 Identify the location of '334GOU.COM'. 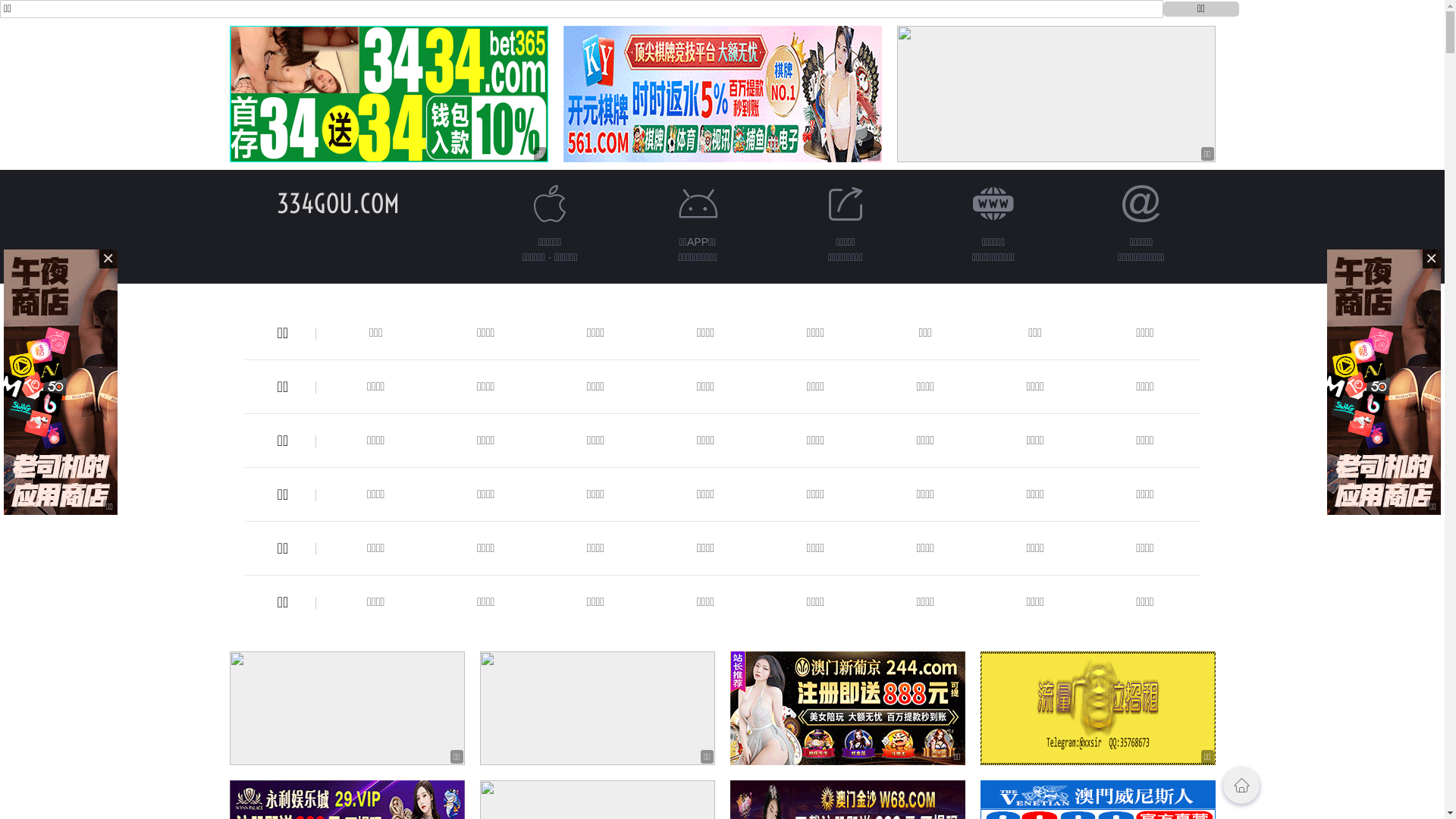
(337, 202).